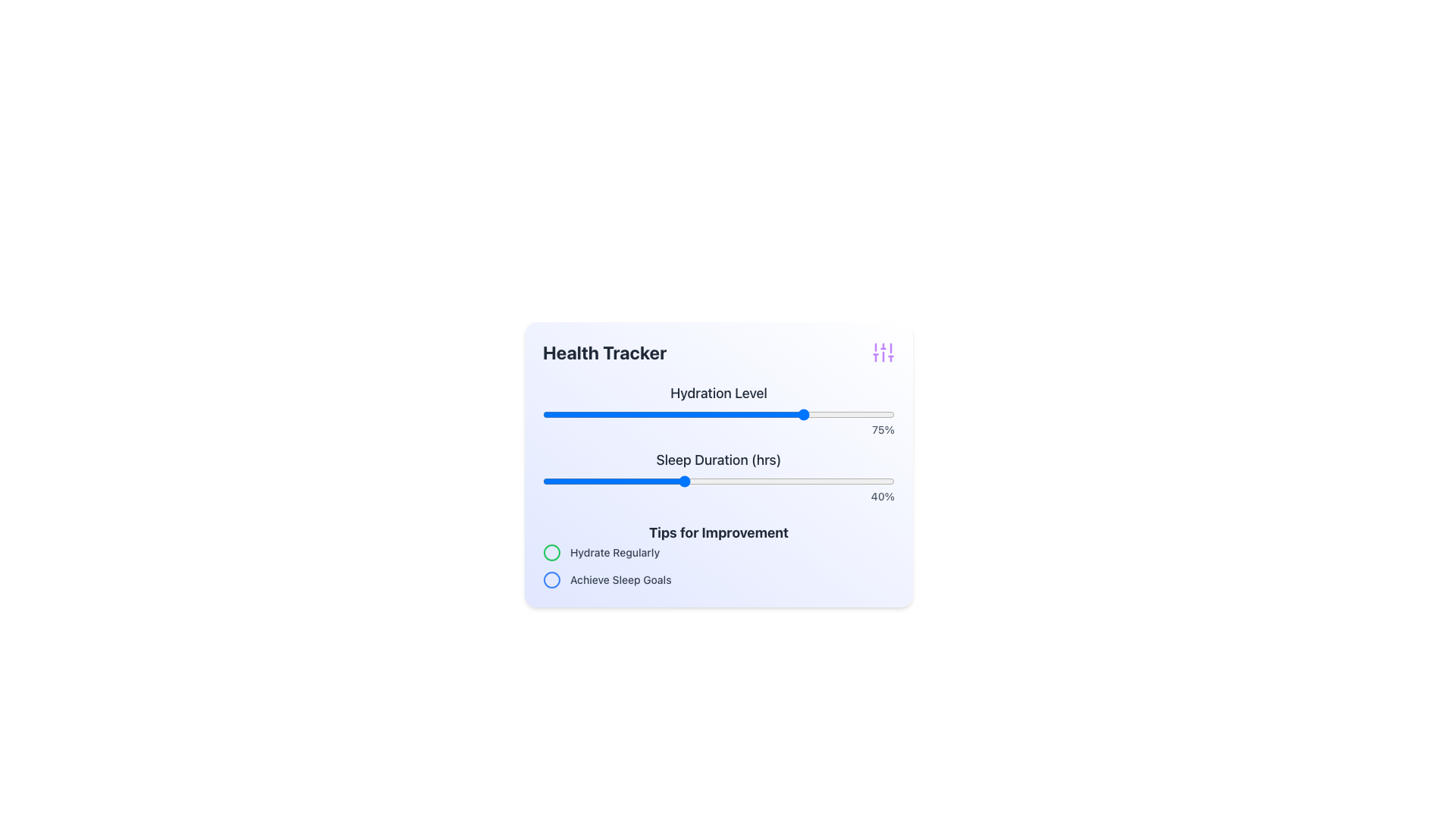 This screenshot has width=1456, height=819. Describe the element at coordinates (556, 415) in the screenshot. I see `the hydration level` at that location.